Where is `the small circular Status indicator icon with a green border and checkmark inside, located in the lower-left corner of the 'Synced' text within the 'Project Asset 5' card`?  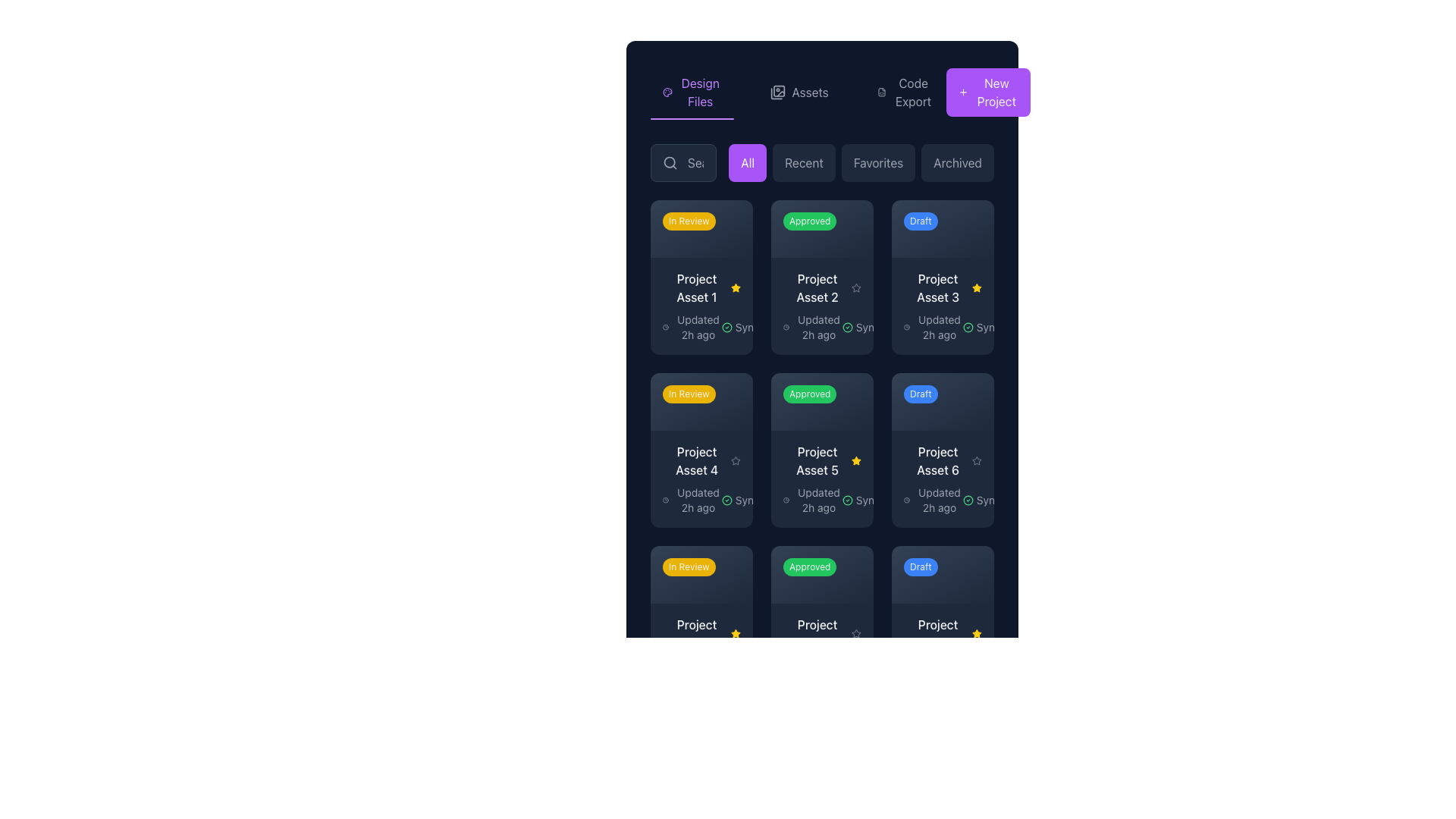
the small circular Status indicator icon with a green border and checkmark inside, located in the lower-left corner of the 'Synced' text within the 'Project Asset 5' card is located at coordinates (846, 500).